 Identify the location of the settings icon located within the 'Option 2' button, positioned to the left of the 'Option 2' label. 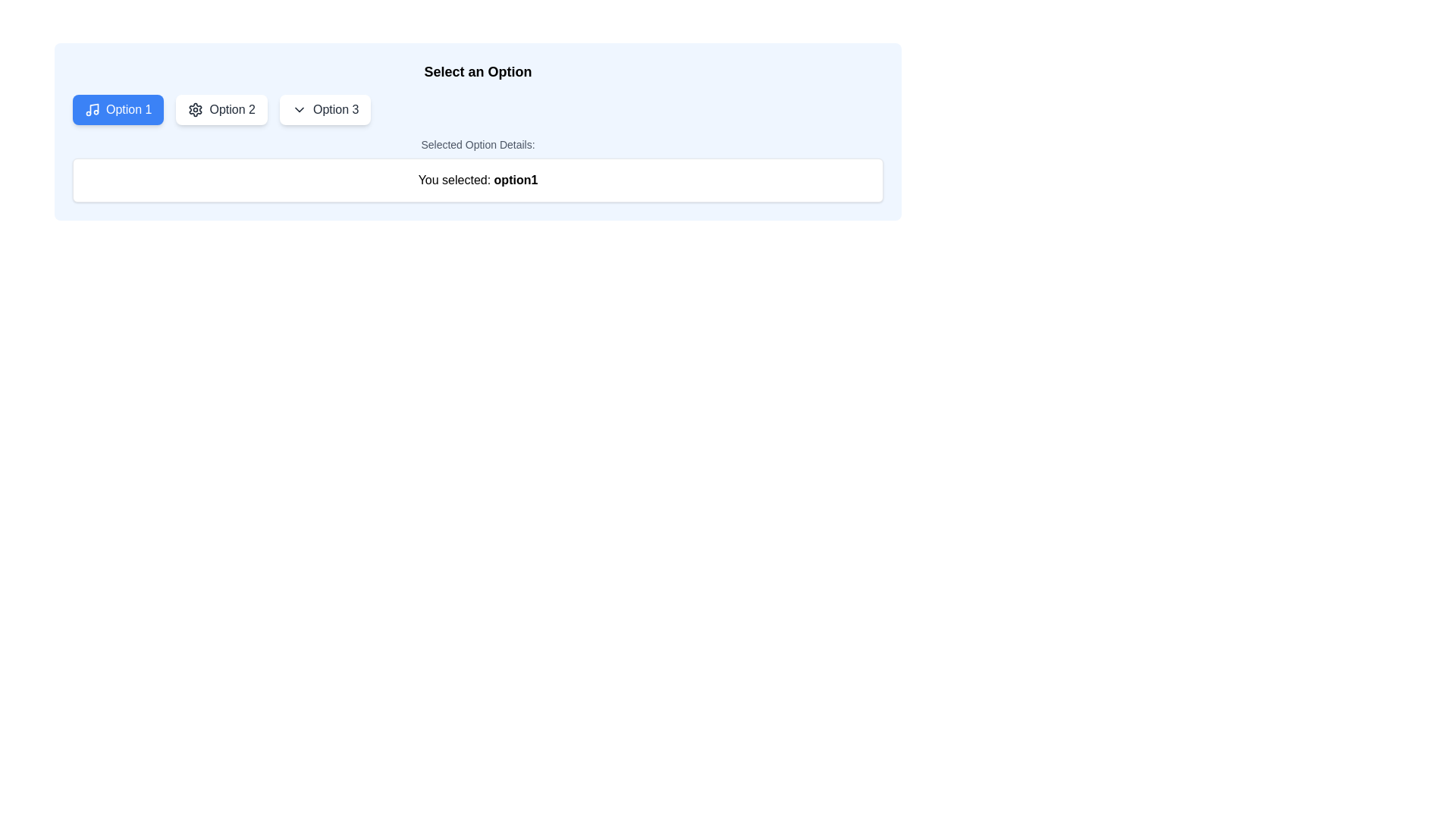
(195, 109).